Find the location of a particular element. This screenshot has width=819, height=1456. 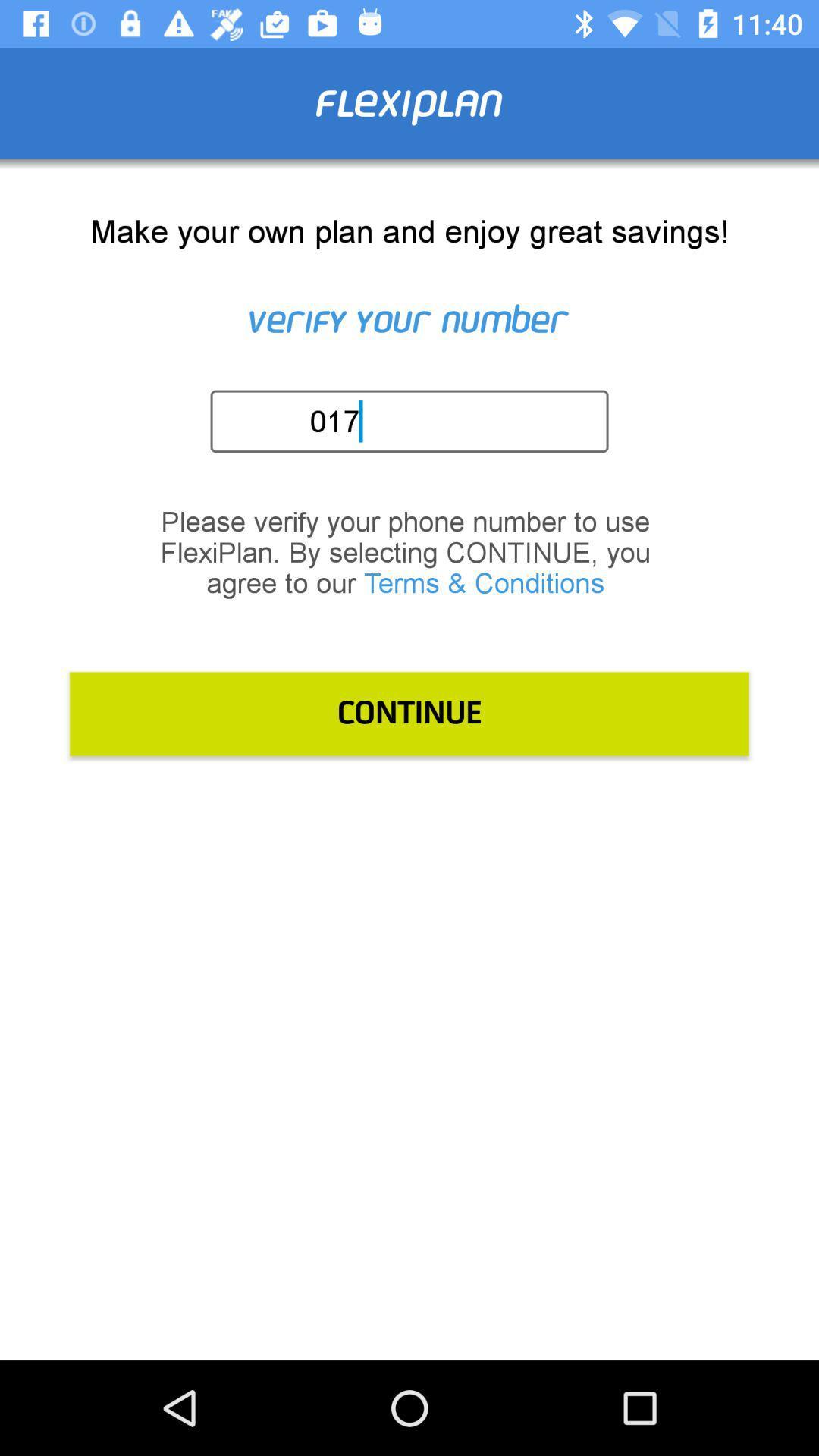

item above please verify your item is located at coordinates (414, 421).